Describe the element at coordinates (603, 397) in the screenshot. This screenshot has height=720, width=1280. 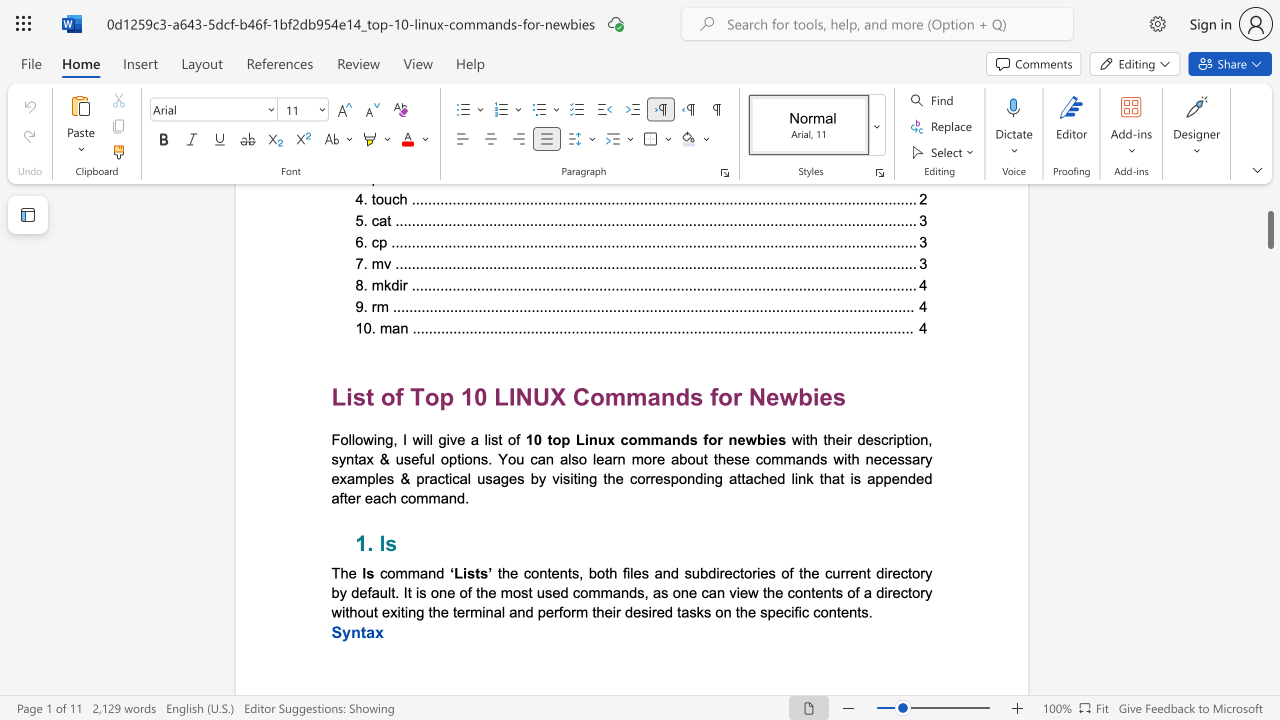
I see `the subset text "mman" within the text "List of Top 10 LINUX Commands for Newbies"` at that location.